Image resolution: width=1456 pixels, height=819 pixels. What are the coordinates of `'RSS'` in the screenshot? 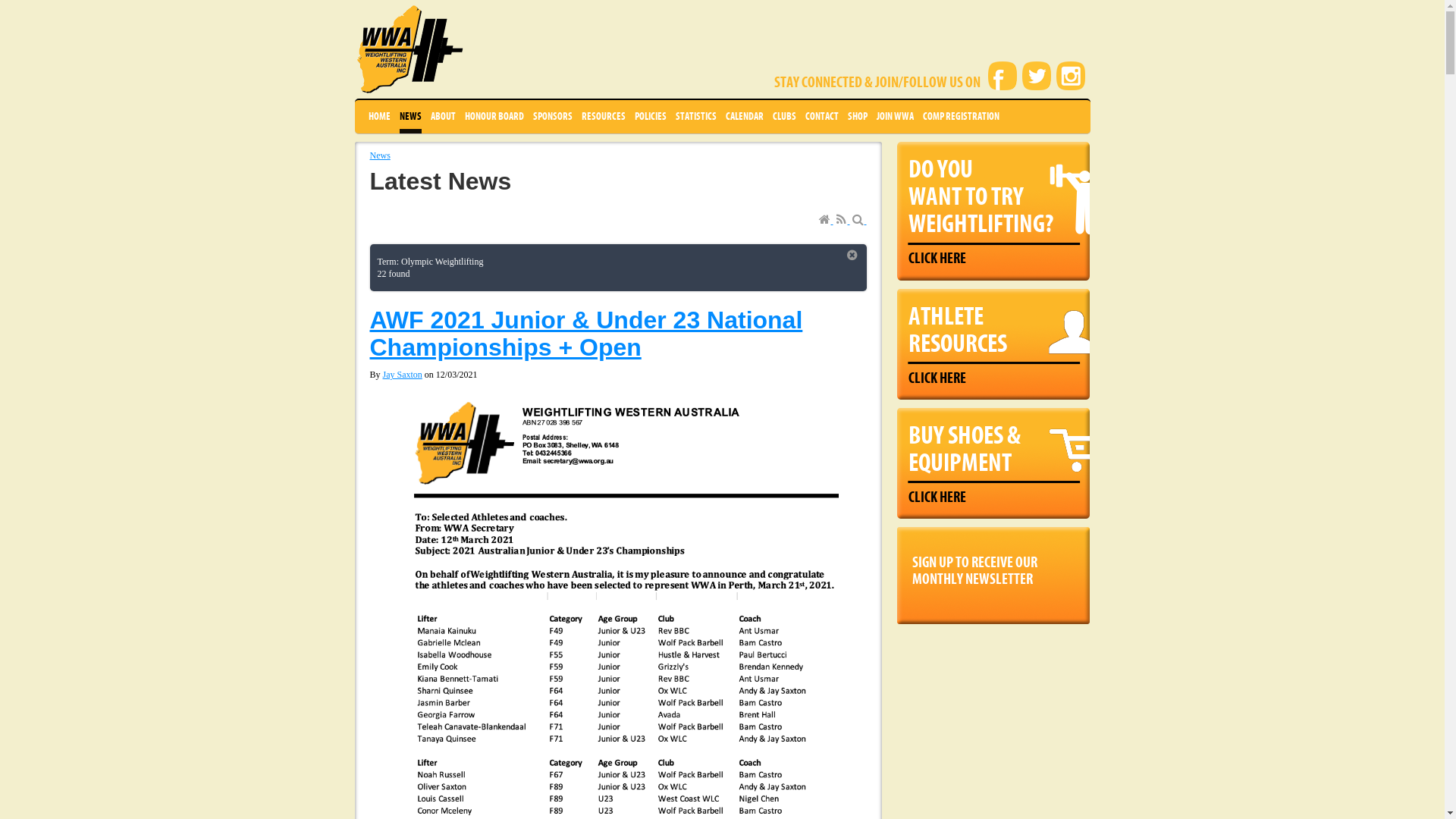 It's located at (842, 220).